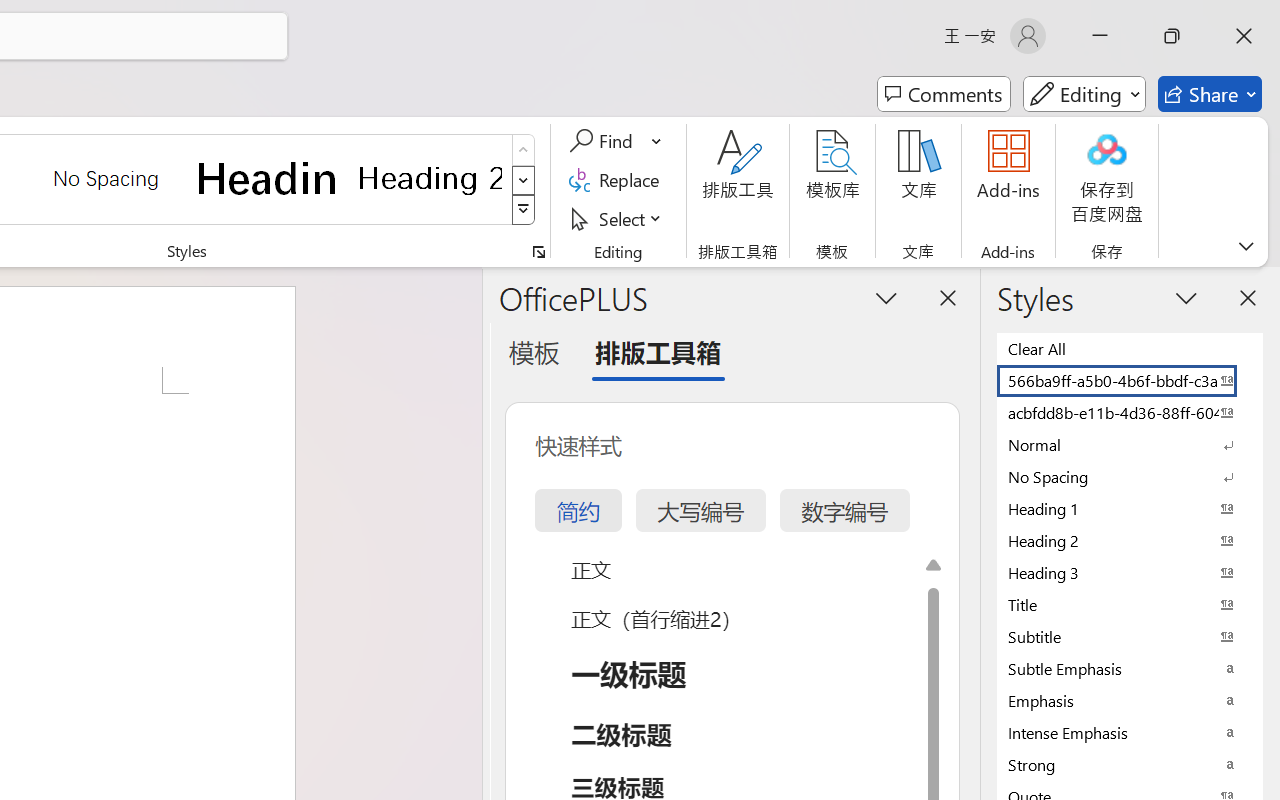 The image size is (1280, 800). I want to click on 'Title', so click(1130, 604).